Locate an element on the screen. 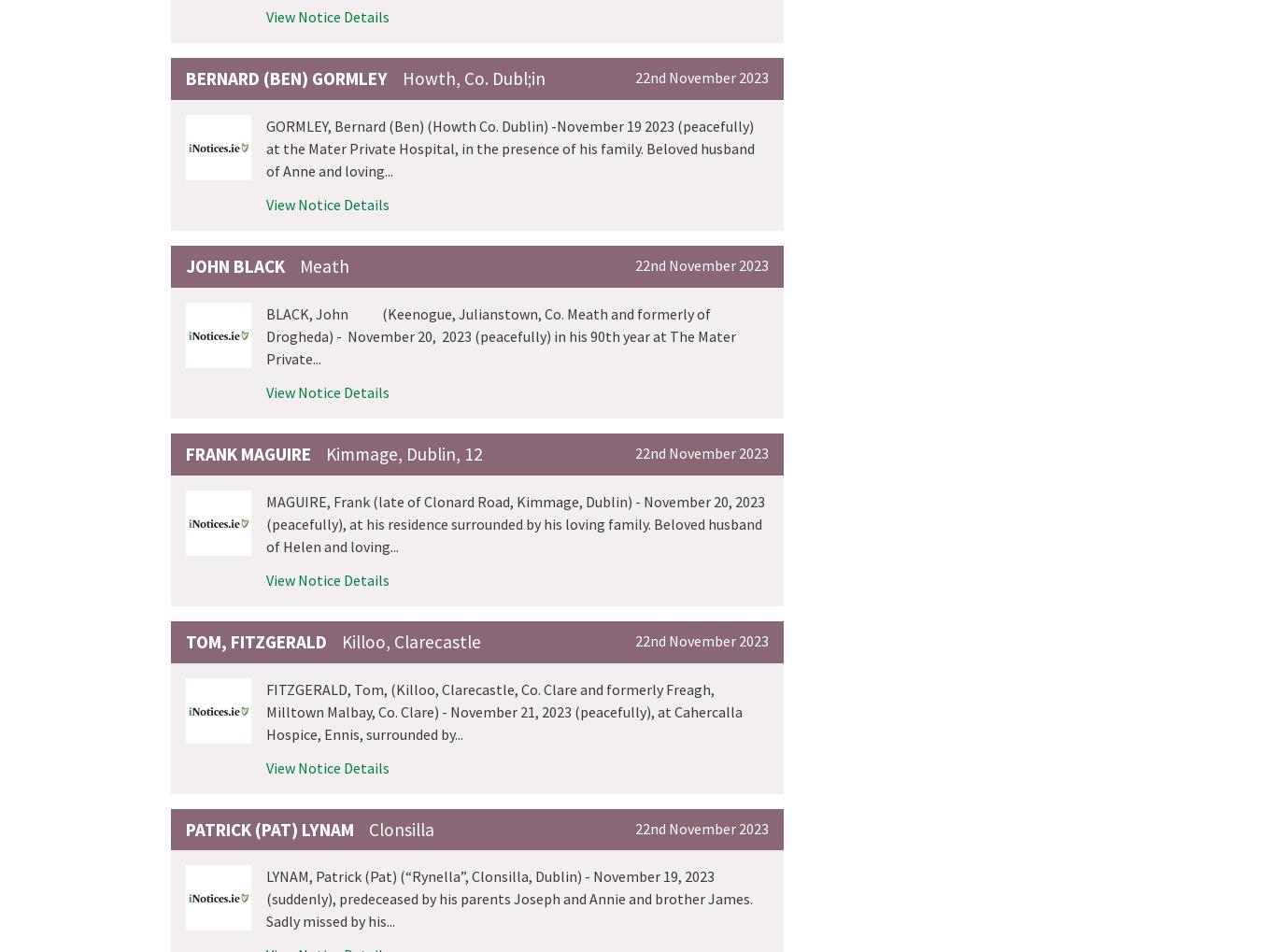 This screenshot has height=952, width=1276. 'Frank Maguire' is located at coordinates (248, 452).